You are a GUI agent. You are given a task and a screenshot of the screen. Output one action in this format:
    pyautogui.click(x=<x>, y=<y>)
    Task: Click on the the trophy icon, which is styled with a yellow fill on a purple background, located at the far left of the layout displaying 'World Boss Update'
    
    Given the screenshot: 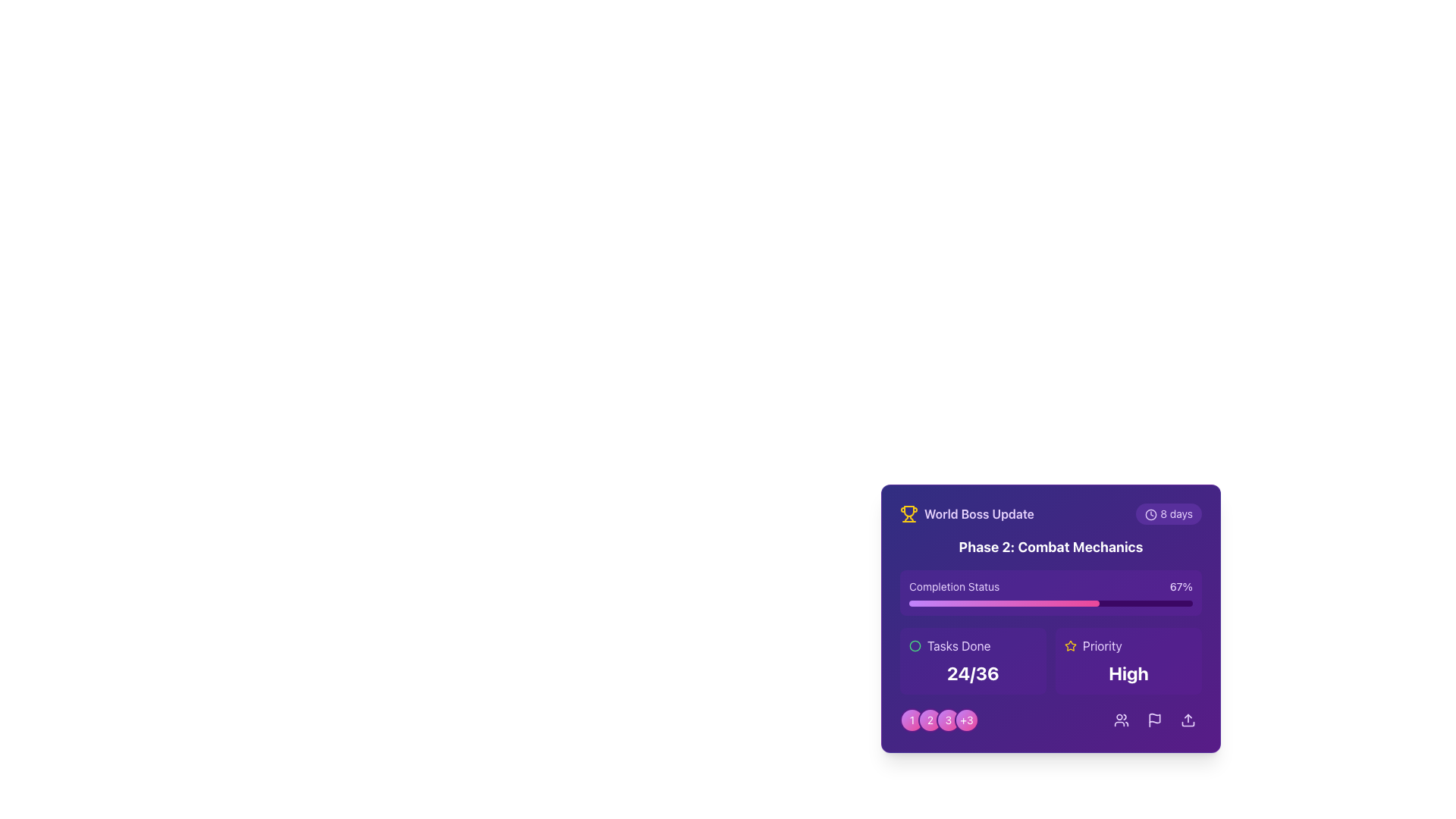 What is the action you would take?
    pyautogui.click(x=909, y=513)
    